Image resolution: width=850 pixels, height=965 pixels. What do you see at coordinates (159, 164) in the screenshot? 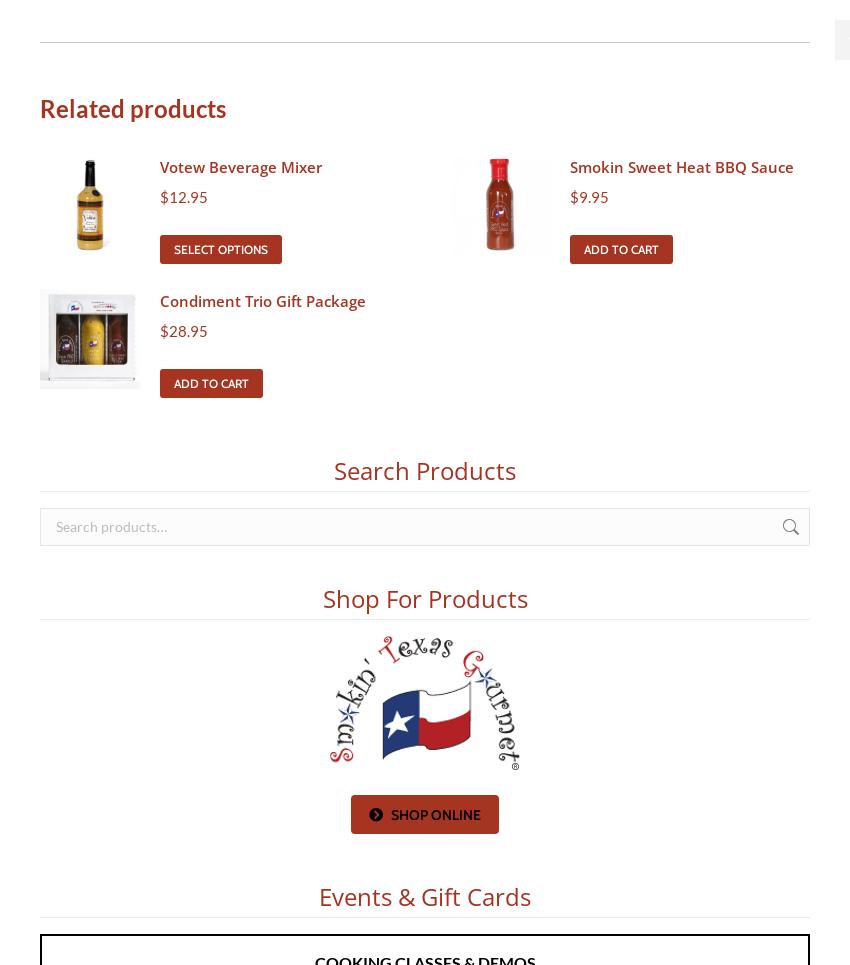
I see `'Votew Beverage Mixer'` at bounding box center [159, 164].